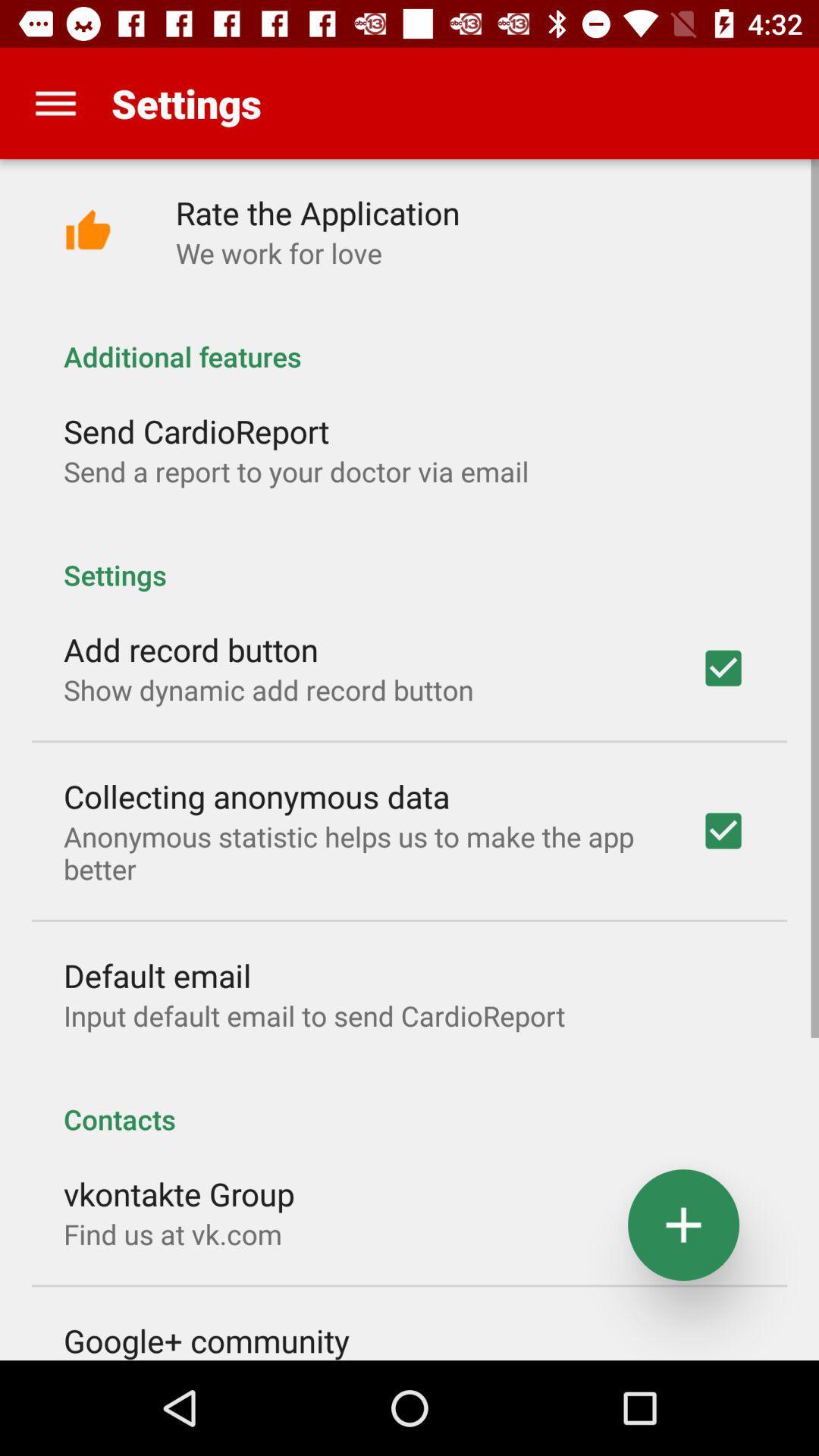  What do you see at coordinates (268, 689) in the screenshot?
I see `show dynamic add app` at bounding box center [268, 689].